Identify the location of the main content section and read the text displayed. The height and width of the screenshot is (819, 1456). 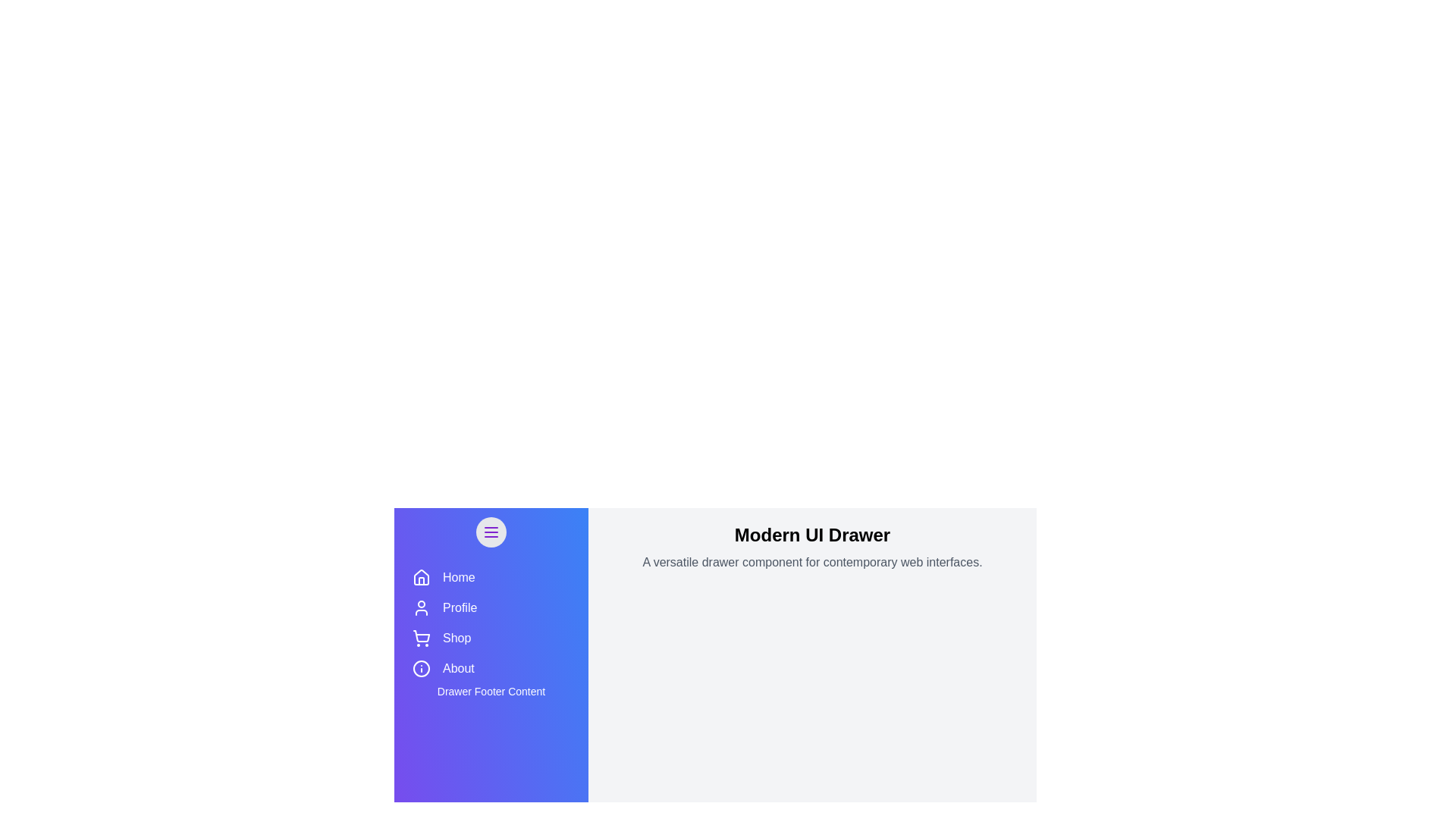
(811, 562).